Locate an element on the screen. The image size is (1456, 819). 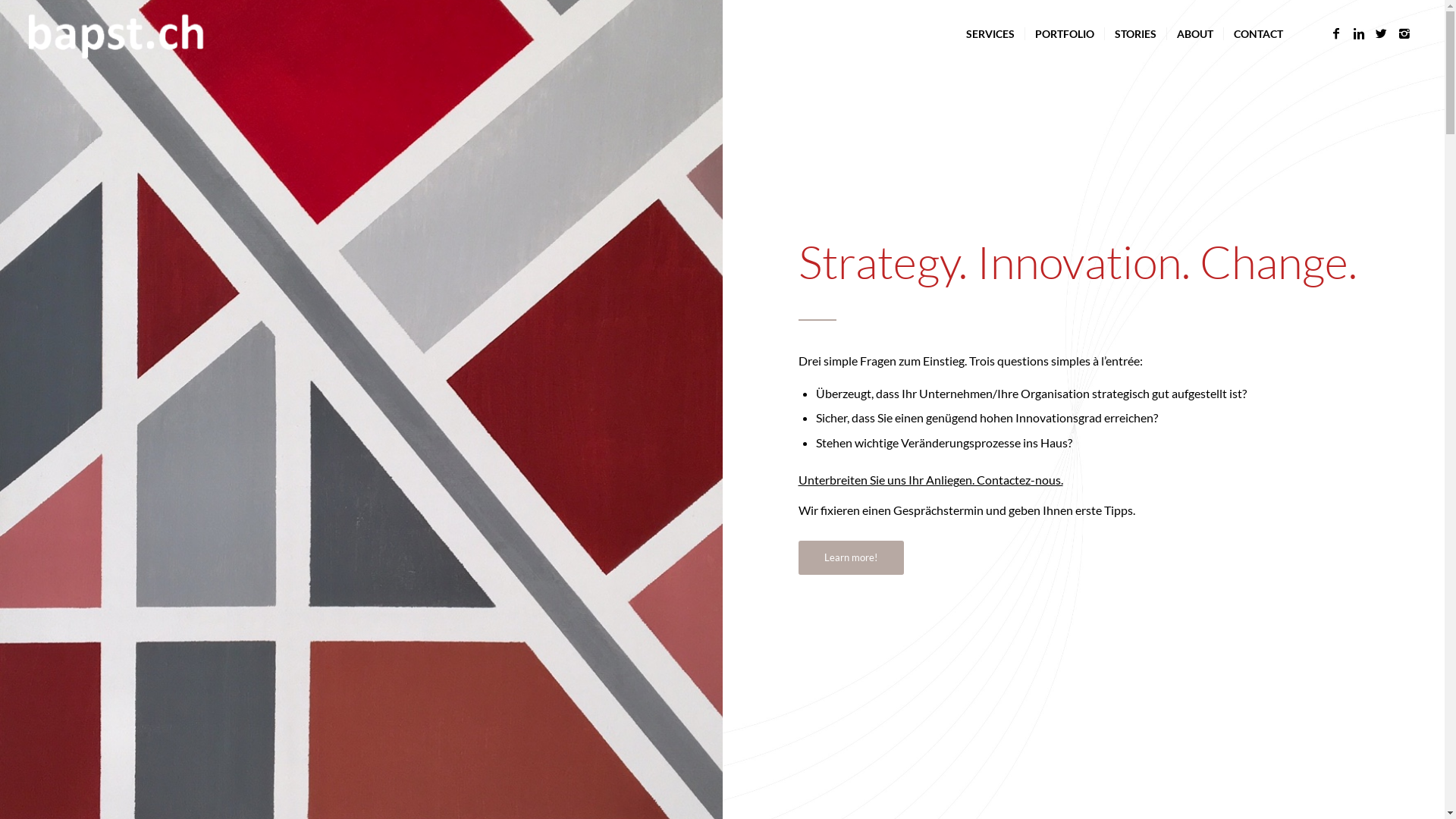
'Linkedin' is located at coordinates (1358, 33).